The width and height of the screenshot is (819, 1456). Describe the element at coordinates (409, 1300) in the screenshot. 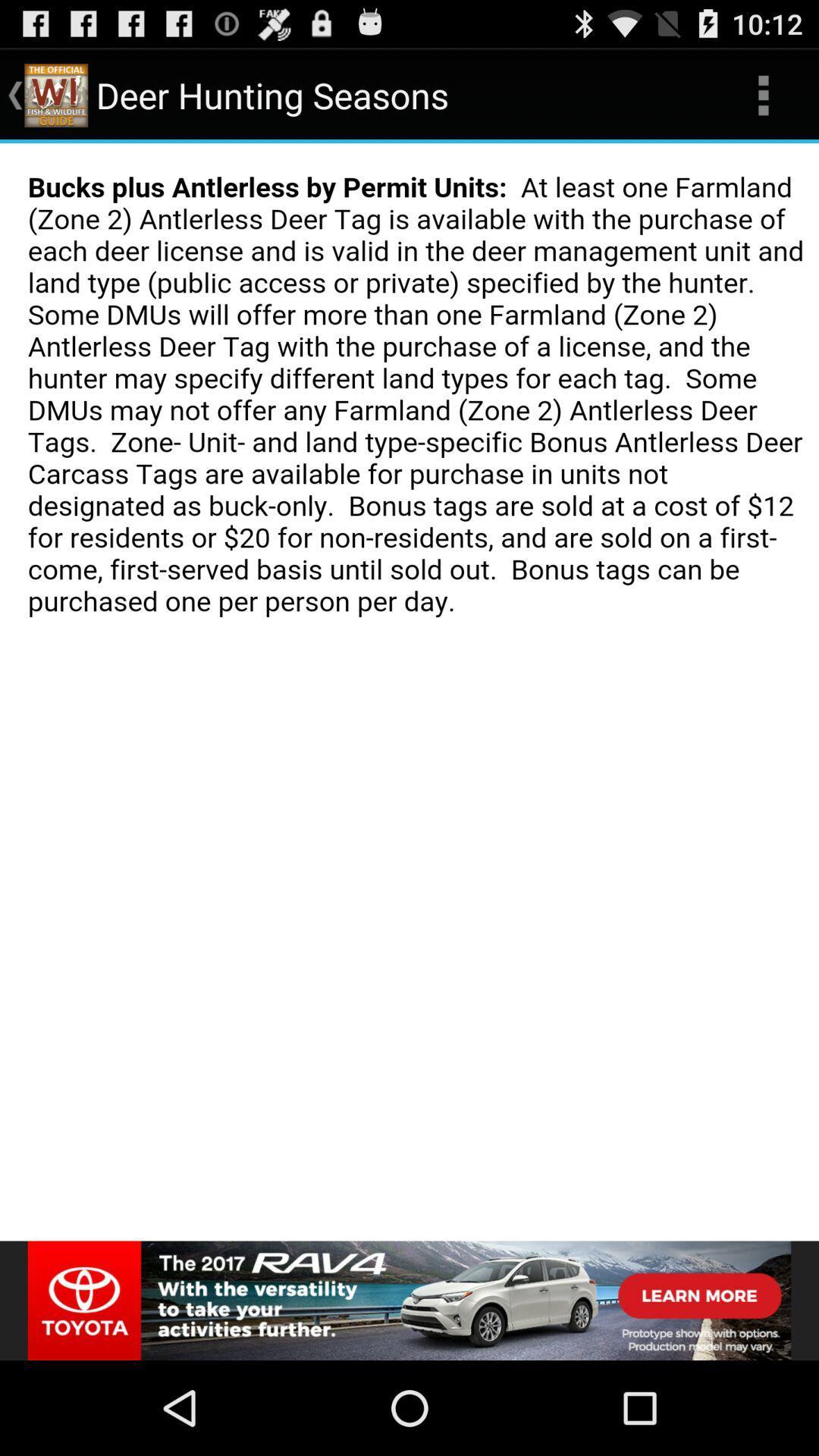

I see `advertisement` at that location.